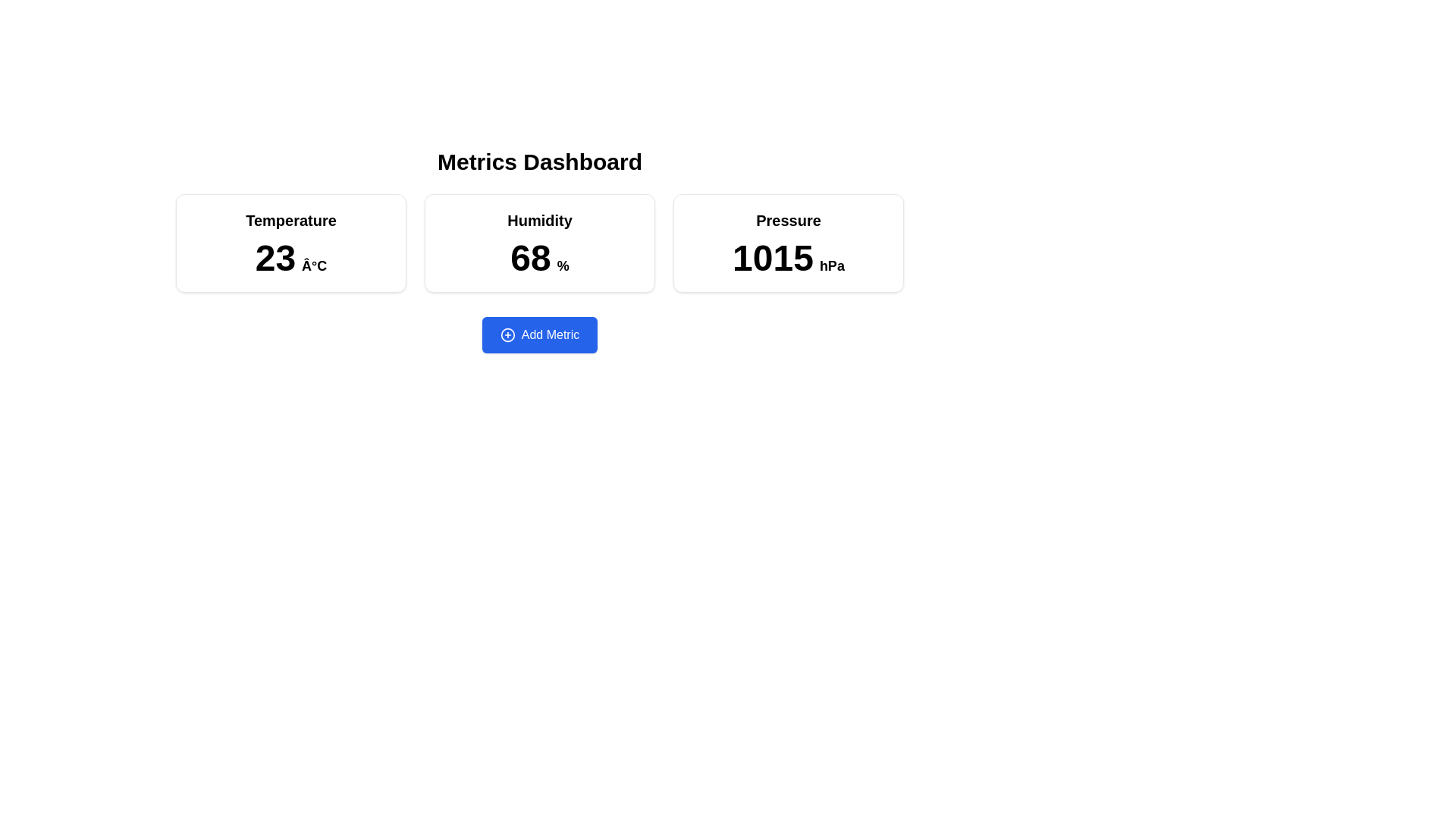 This screenshot has width=1456, height=819. What do you see at coordinates (539, 242) in the screenshot?
I see `the humidity metric card, which is the second card from the left in the three-card layout under 'Metrics Dashboard'` at bounding box center [539, 242].